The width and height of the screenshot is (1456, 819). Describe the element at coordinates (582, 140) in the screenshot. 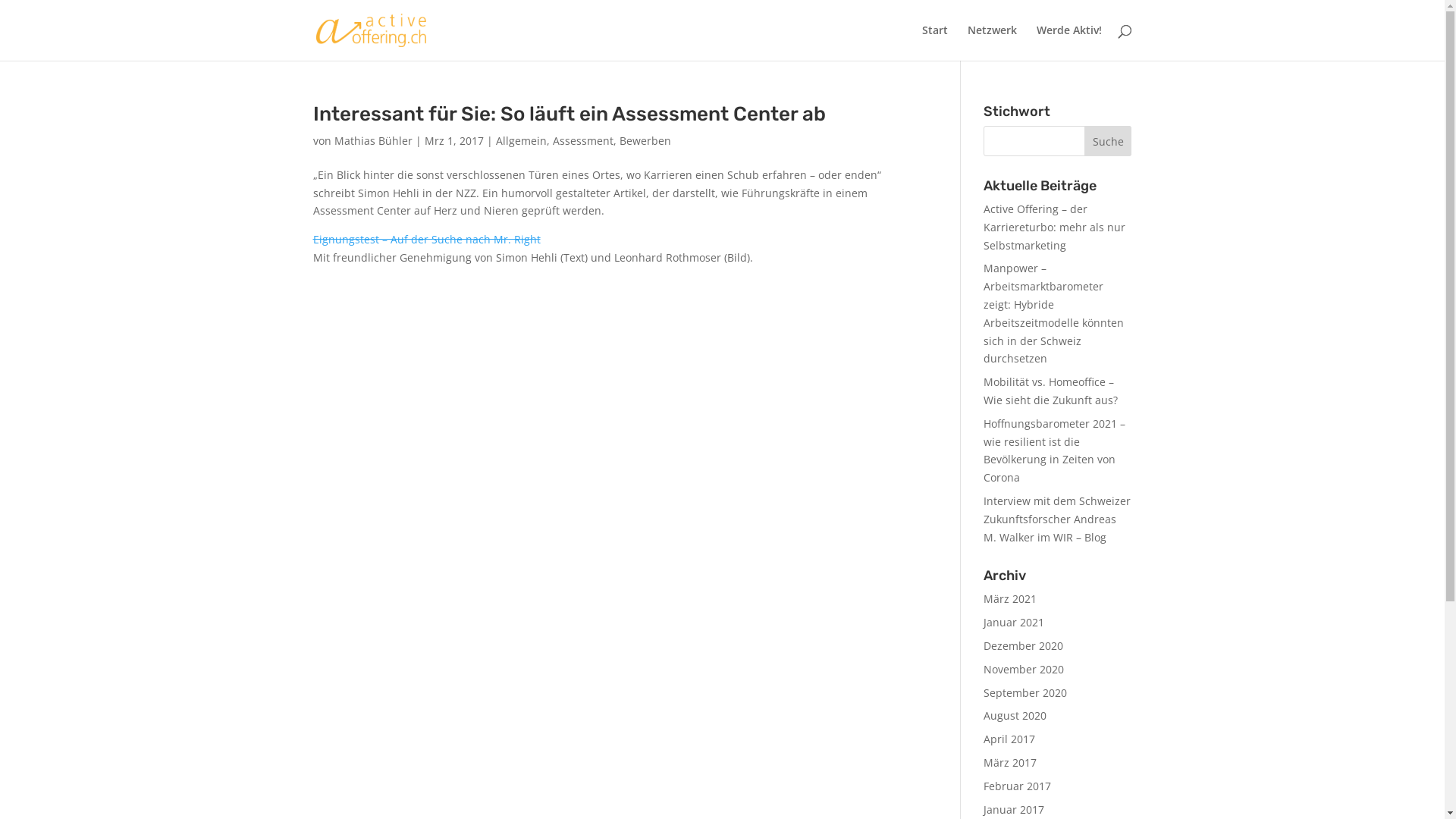

I see `'Assessment'` at that location.